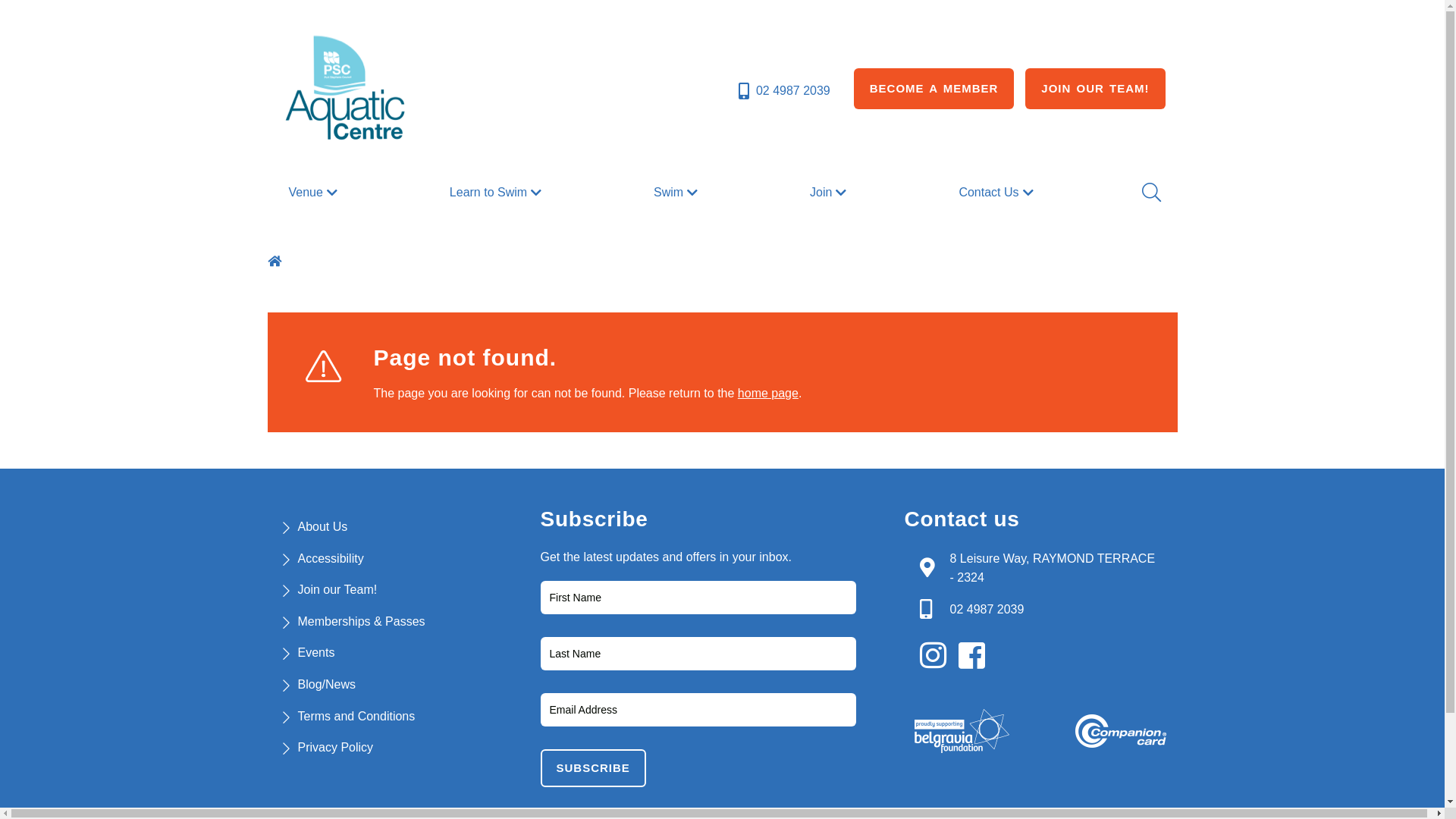  What do you see at coordinates (735, 90) in the screenshot?
I see `'02 4987 2039'` at bounding box center [735, 90].